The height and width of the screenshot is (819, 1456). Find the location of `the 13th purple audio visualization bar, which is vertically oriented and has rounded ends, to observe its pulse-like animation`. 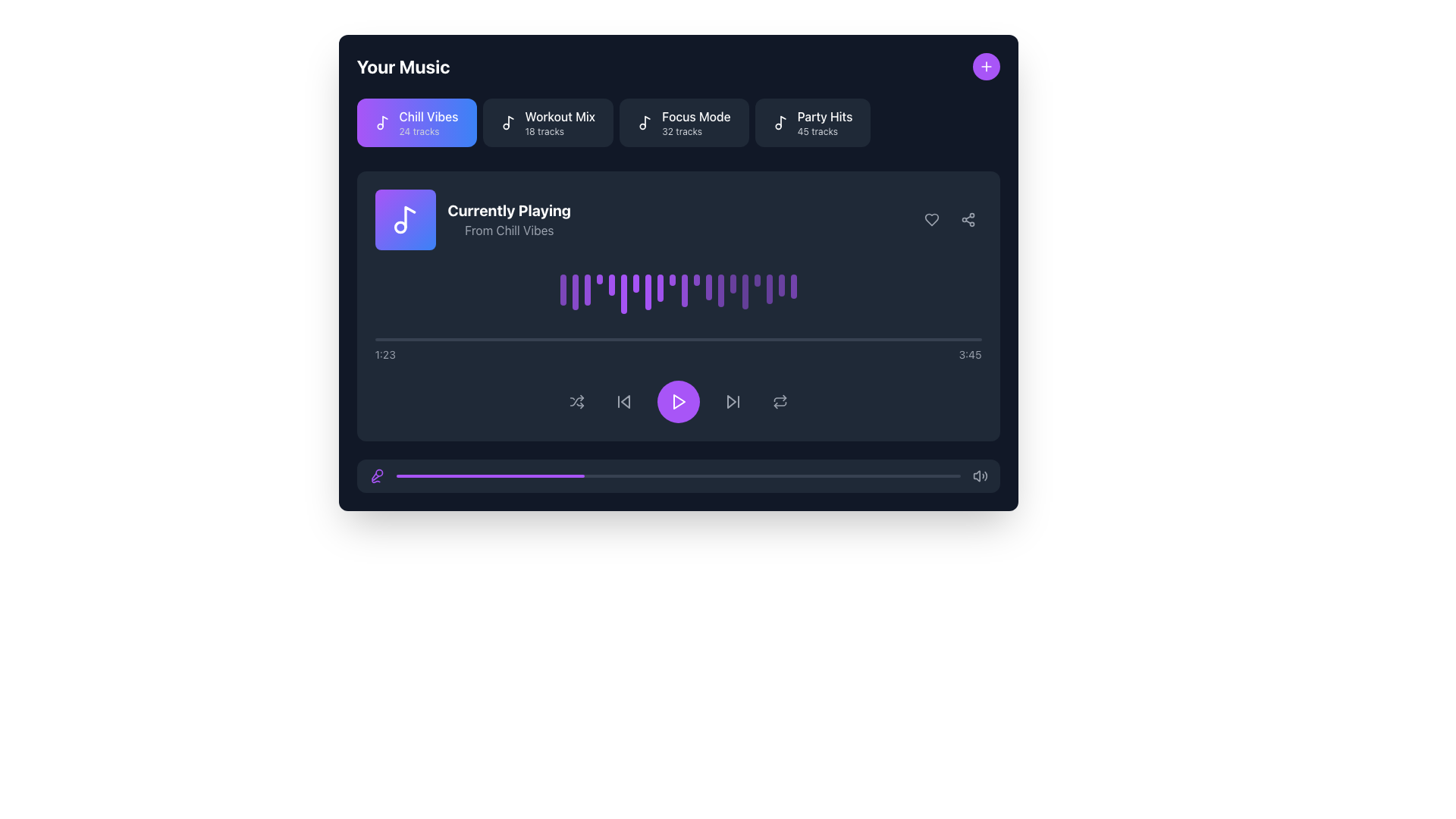

the 13th purple audio visualization bar, which is vertically oriented and has rounded ends, to observe its pulse-like animation is located at coordinates (708, 287).